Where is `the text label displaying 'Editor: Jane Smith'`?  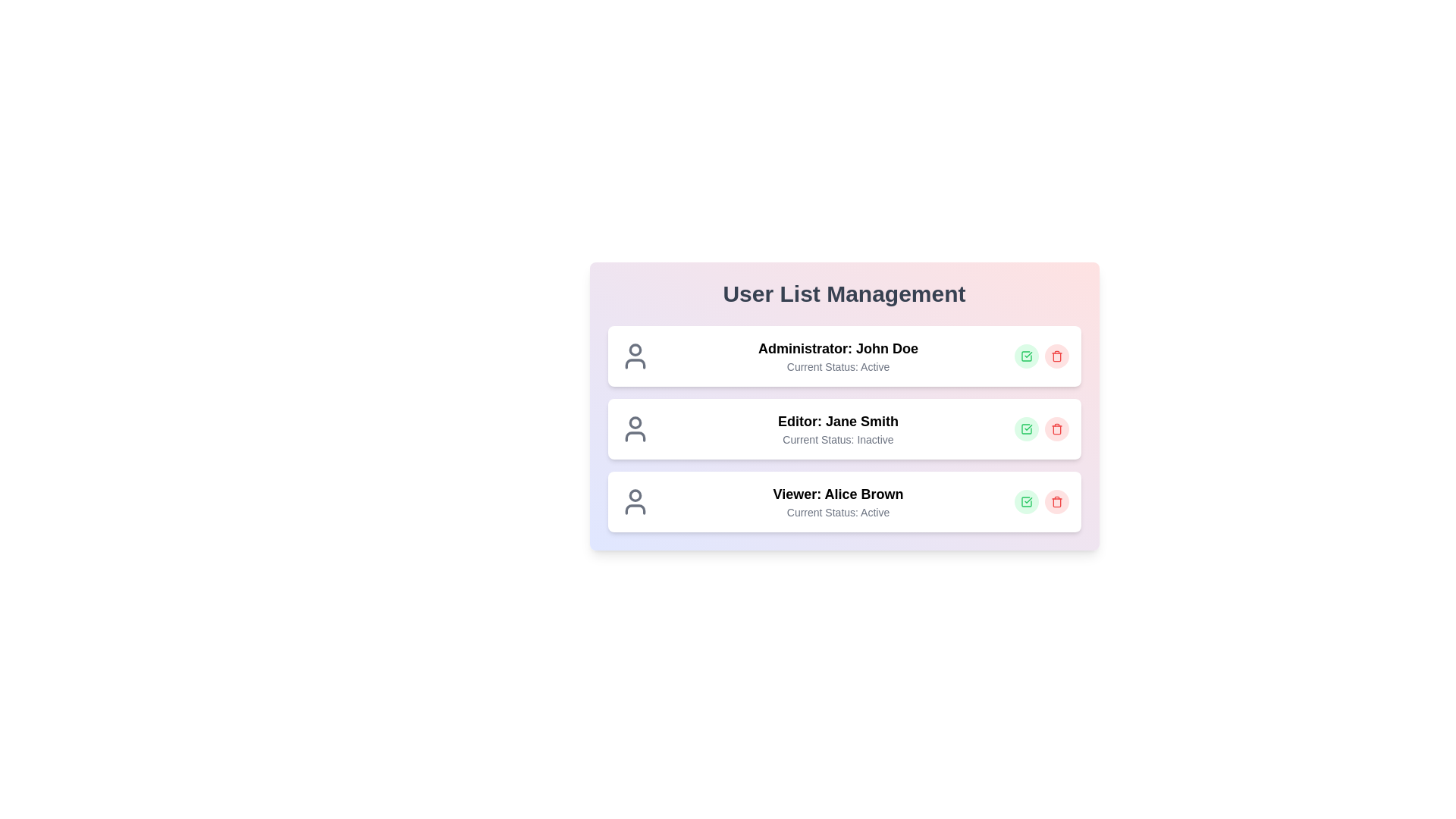
the text label displaying 'Editor: Jane Smith' is located at coordinates (837, 421).